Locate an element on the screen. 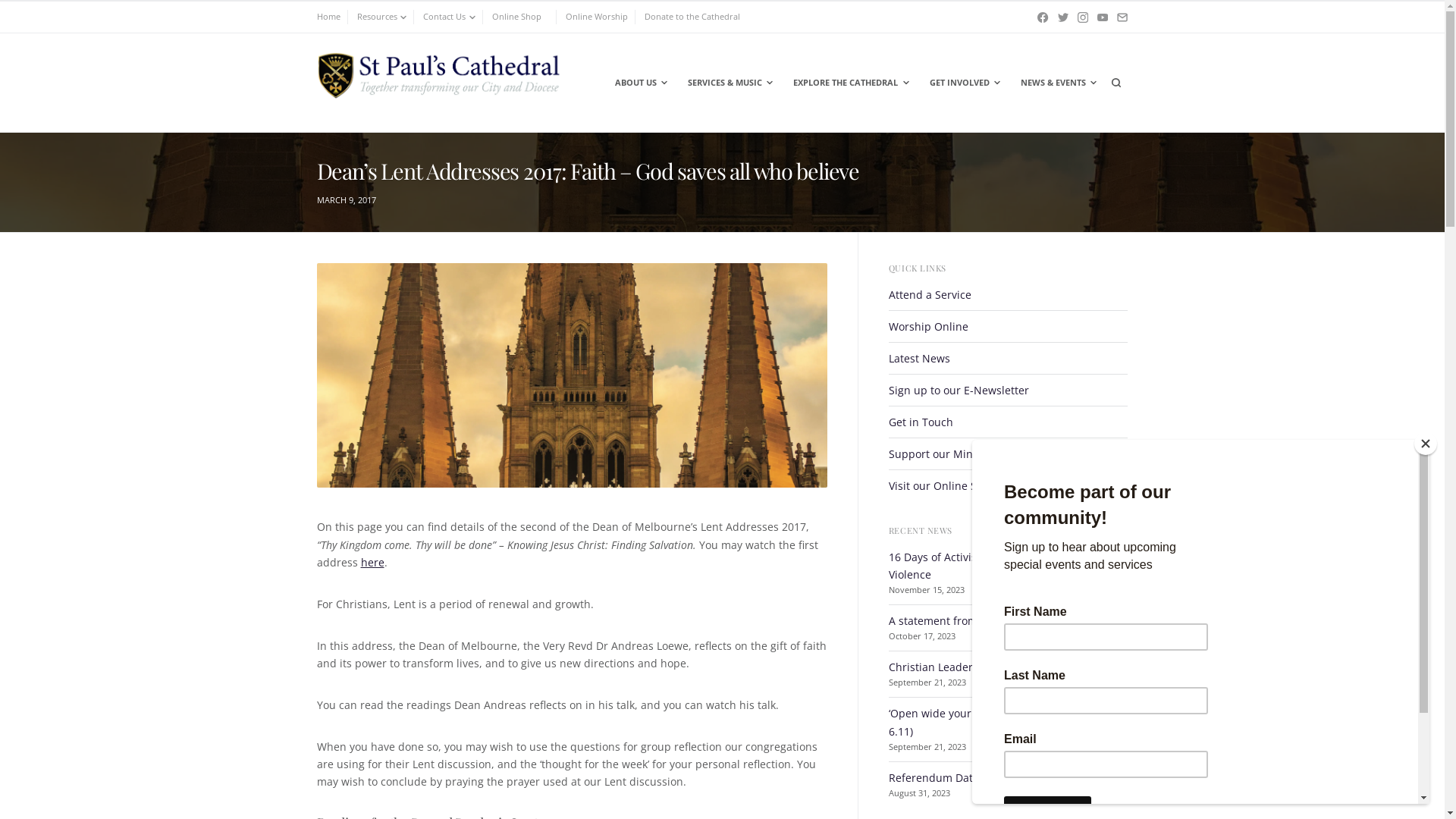 The width and height of the screenshot is (1456, 819). 'Christian Leaders Affirm, Pray for the Voice' is located at coordinates (997, 666).